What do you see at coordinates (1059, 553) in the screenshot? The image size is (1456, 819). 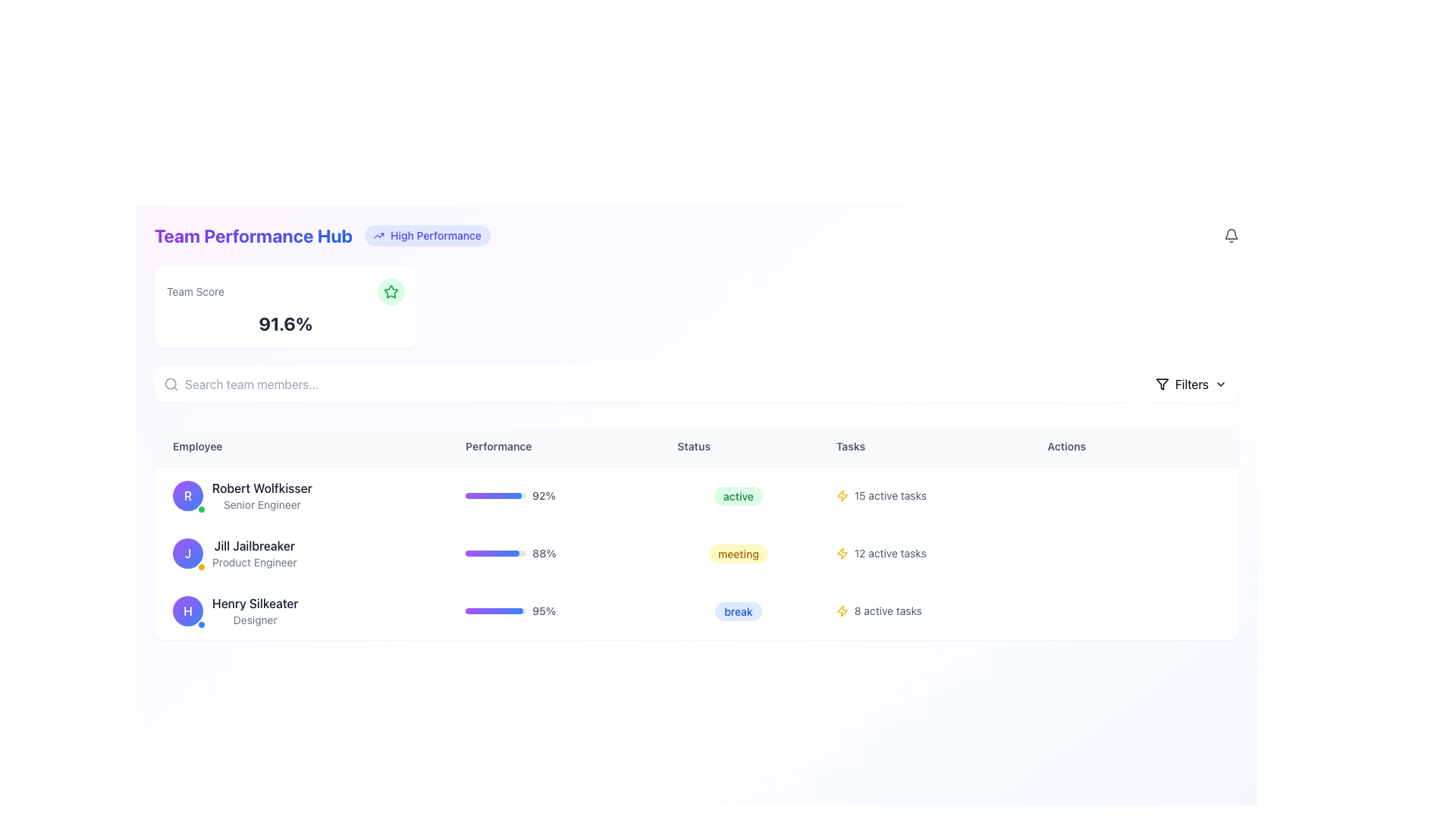 I see `the first action button in the 'Actions' column next to Jill Jailbreaker's task information` at bounding box center [1059, 553].